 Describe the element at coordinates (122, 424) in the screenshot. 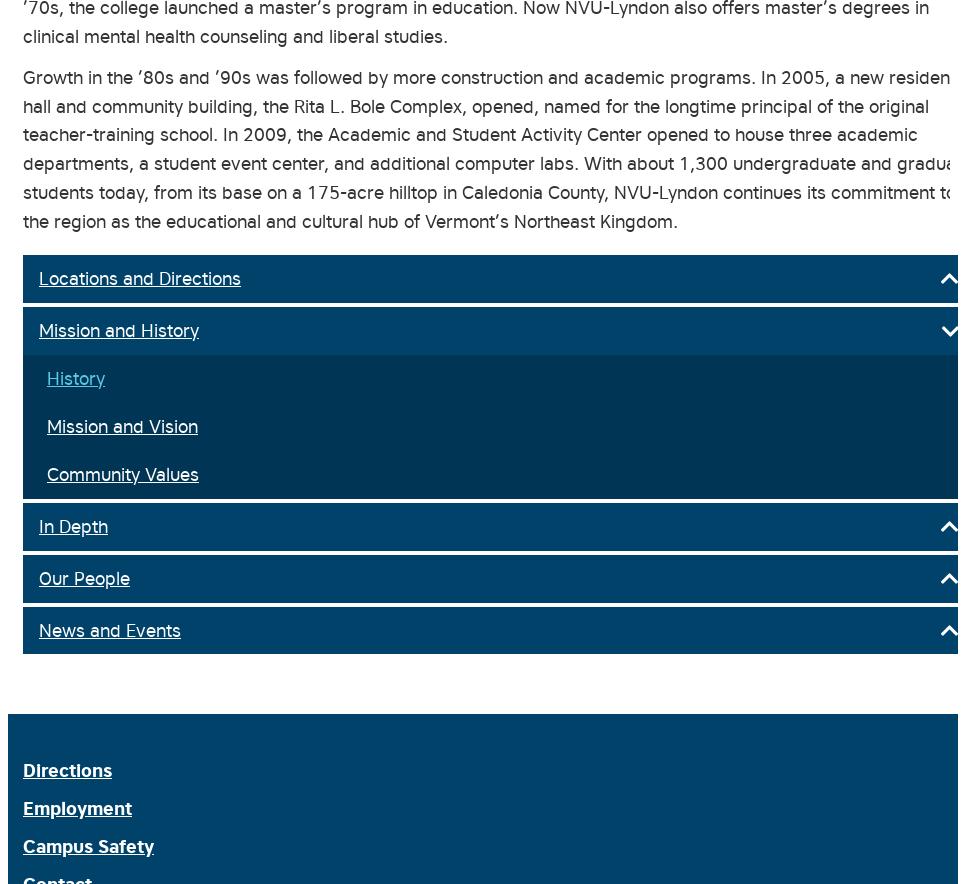

I see `'Mission and Vision'` at that location.